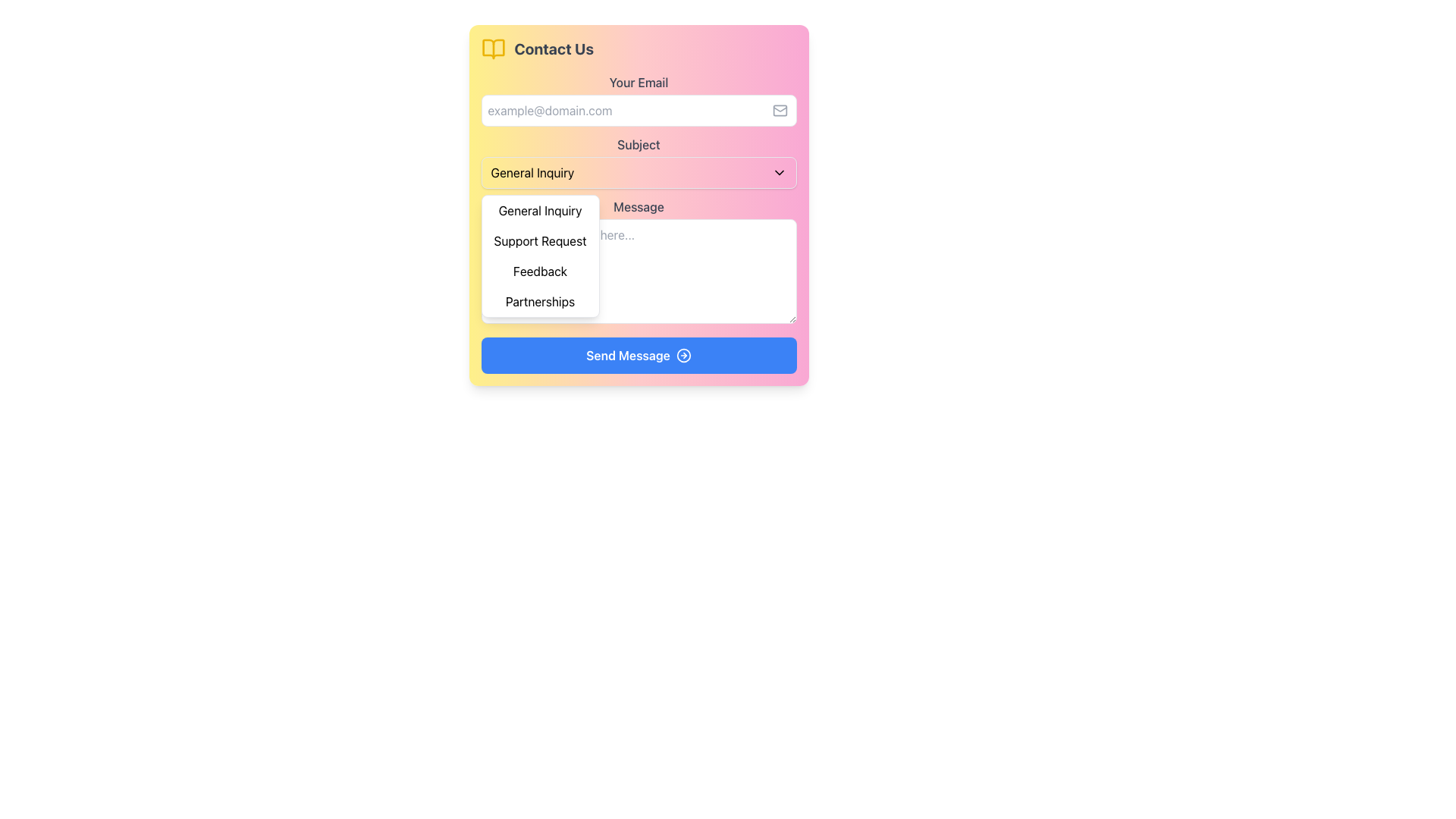  I want to click on the dropdown menu labeled 'Subject', so click(639, 162).